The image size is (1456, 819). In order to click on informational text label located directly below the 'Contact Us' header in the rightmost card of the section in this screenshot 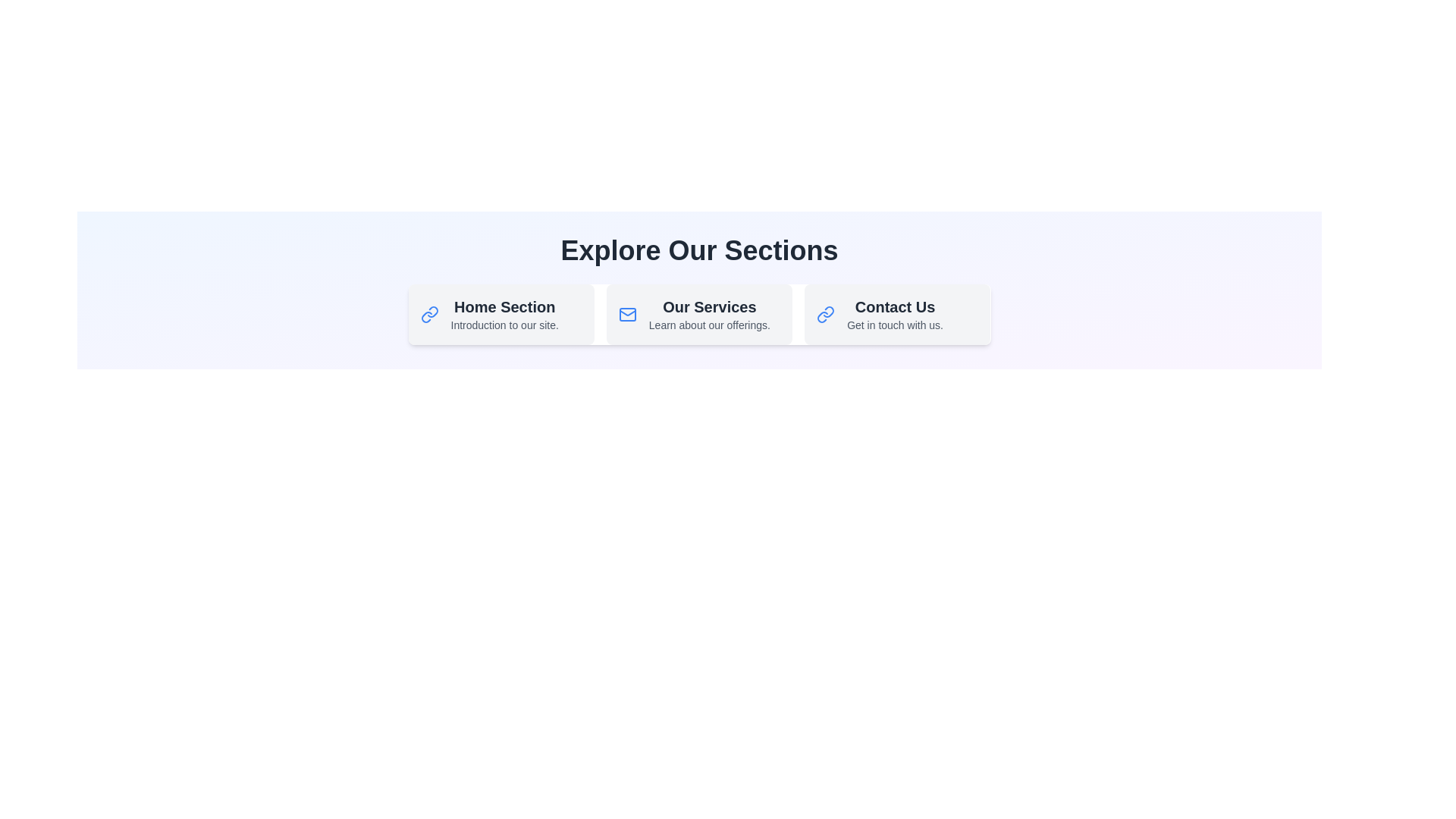, I will do `click(895, 324)`.